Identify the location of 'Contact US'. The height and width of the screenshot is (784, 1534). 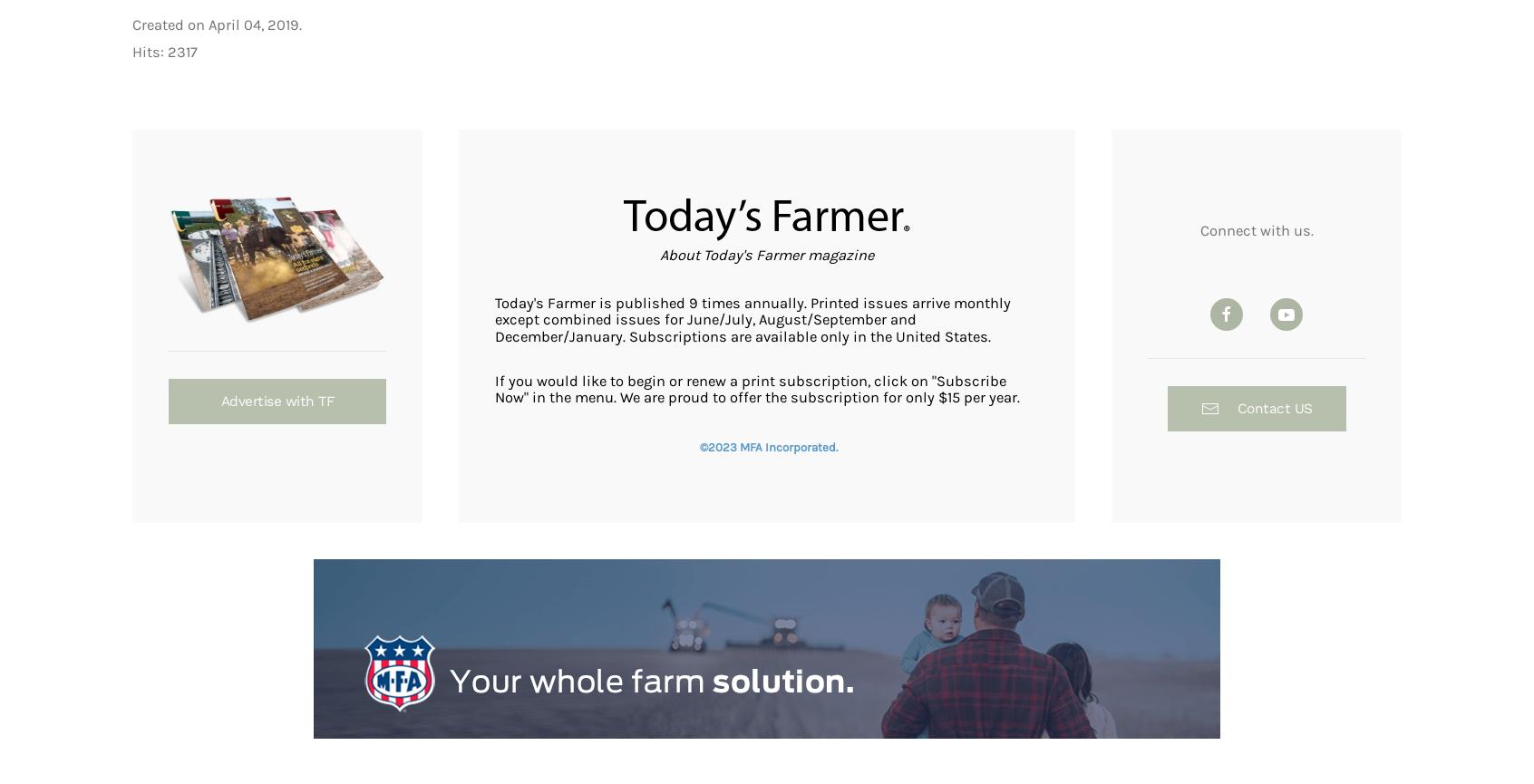
(1274, 406).